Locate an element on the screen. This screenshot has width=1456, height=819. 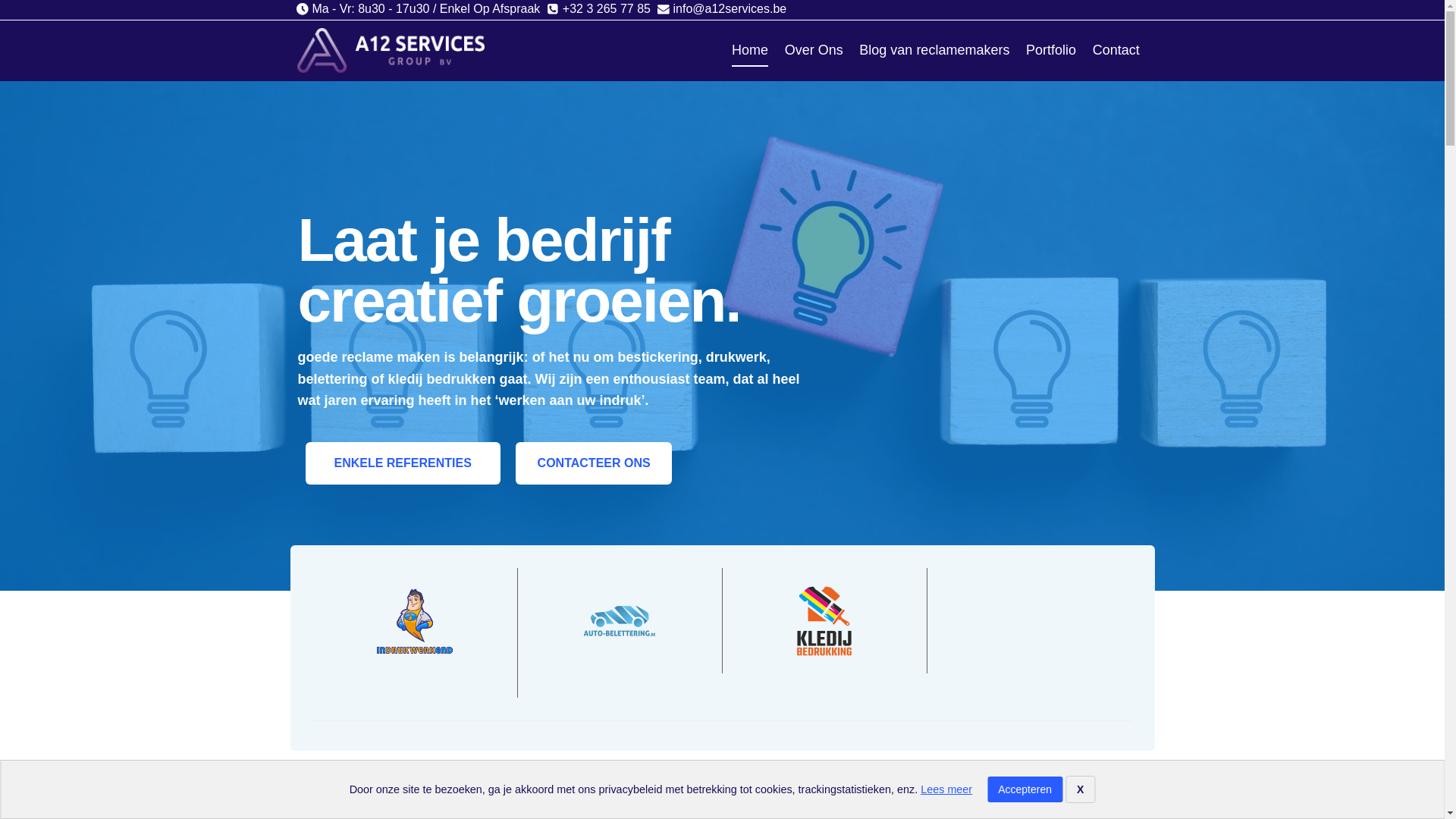
'Accepteren' is located at coordinates (1025, 789).